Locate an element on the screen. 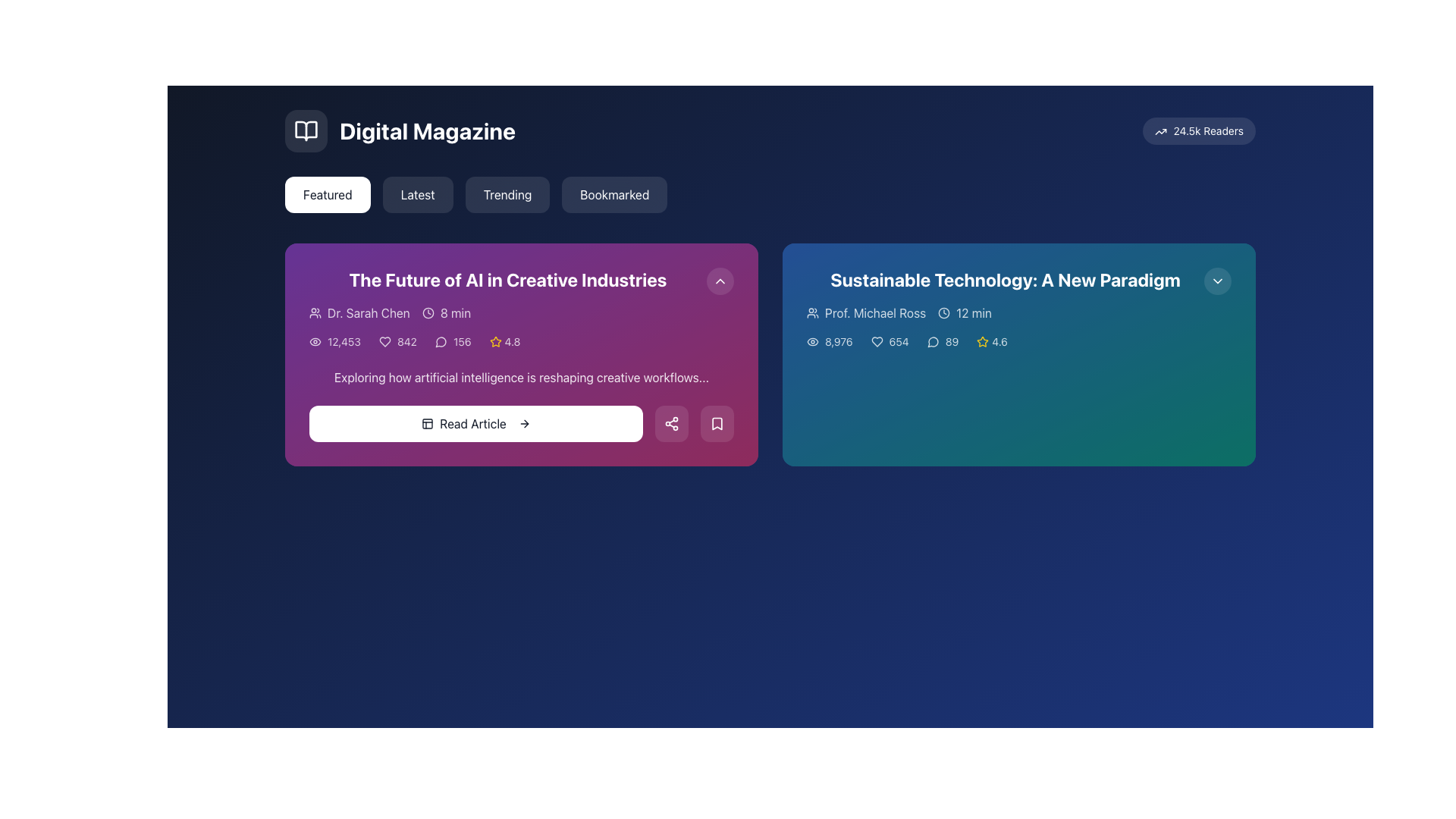  the Duration display element that shows '8 min' and features a small circular clock icon, located in the middle-right section under the title 'The Future of AI in Creative Industries' is located at coordinates (446, 312).